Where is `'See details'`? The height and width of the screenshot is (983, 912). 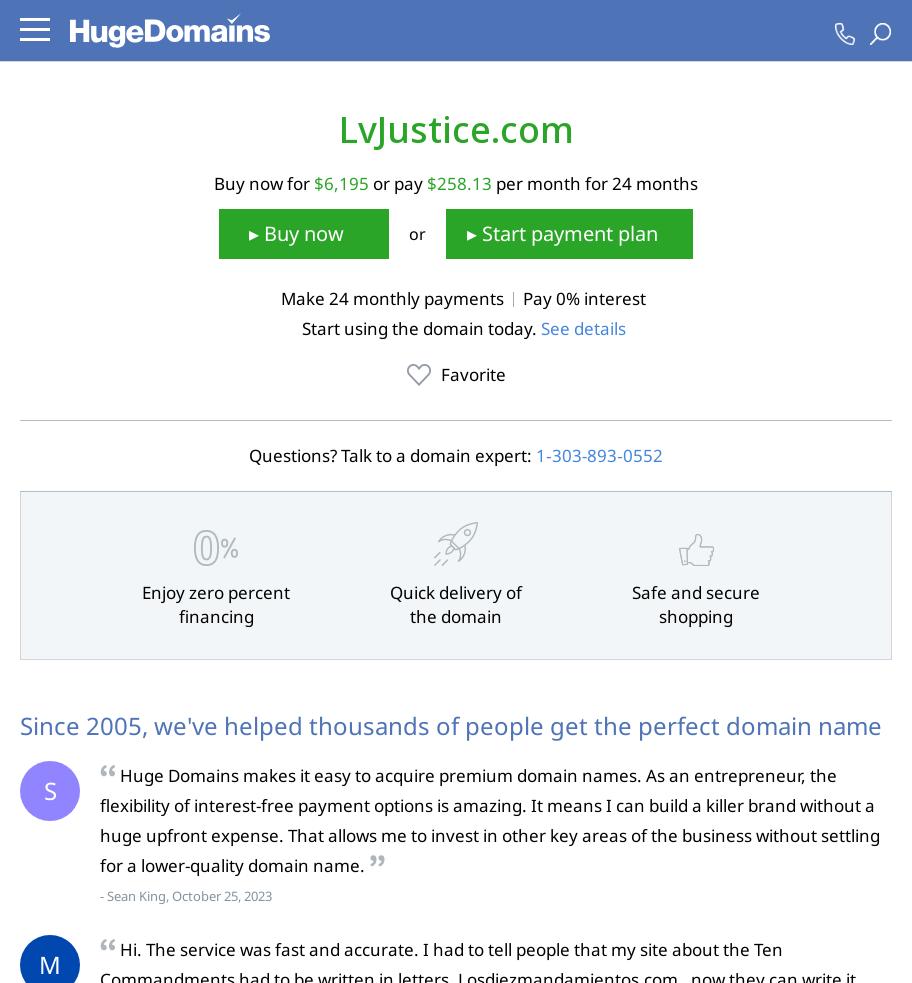 'See details' is located at coordinates (539, 327).